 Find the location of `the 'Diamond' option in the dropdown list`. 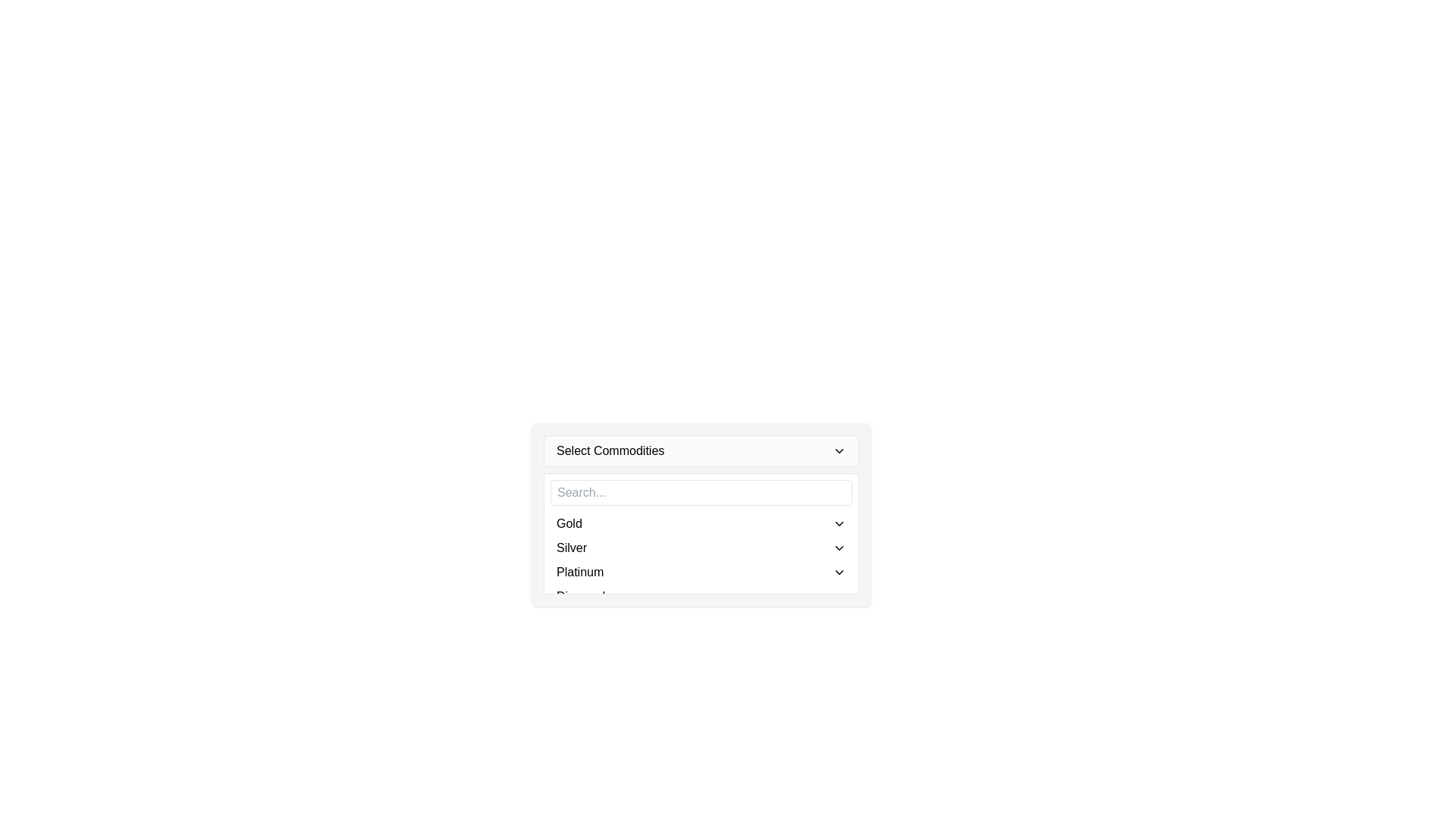

the 'Diamond' option in the dropdown list is located at coordinates (580, 595).